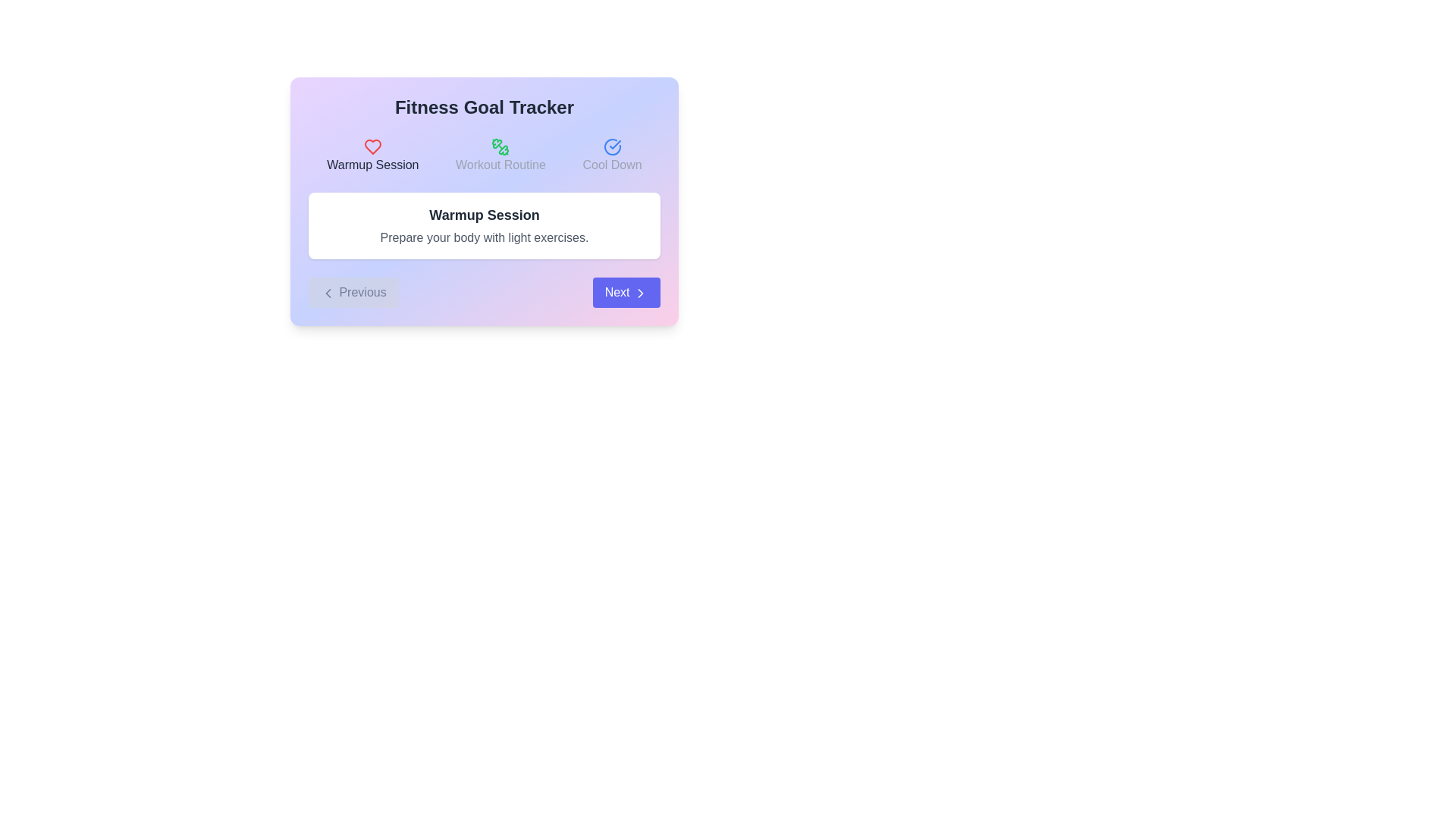 This screenshot has height=819, width=1456. Describe the element at coordinates (615, 145) in the screenshot. I see `the status of the check mark symbol within the circular icon associated with the 'Cool Down' section in the top-right part of the interface` at that location.